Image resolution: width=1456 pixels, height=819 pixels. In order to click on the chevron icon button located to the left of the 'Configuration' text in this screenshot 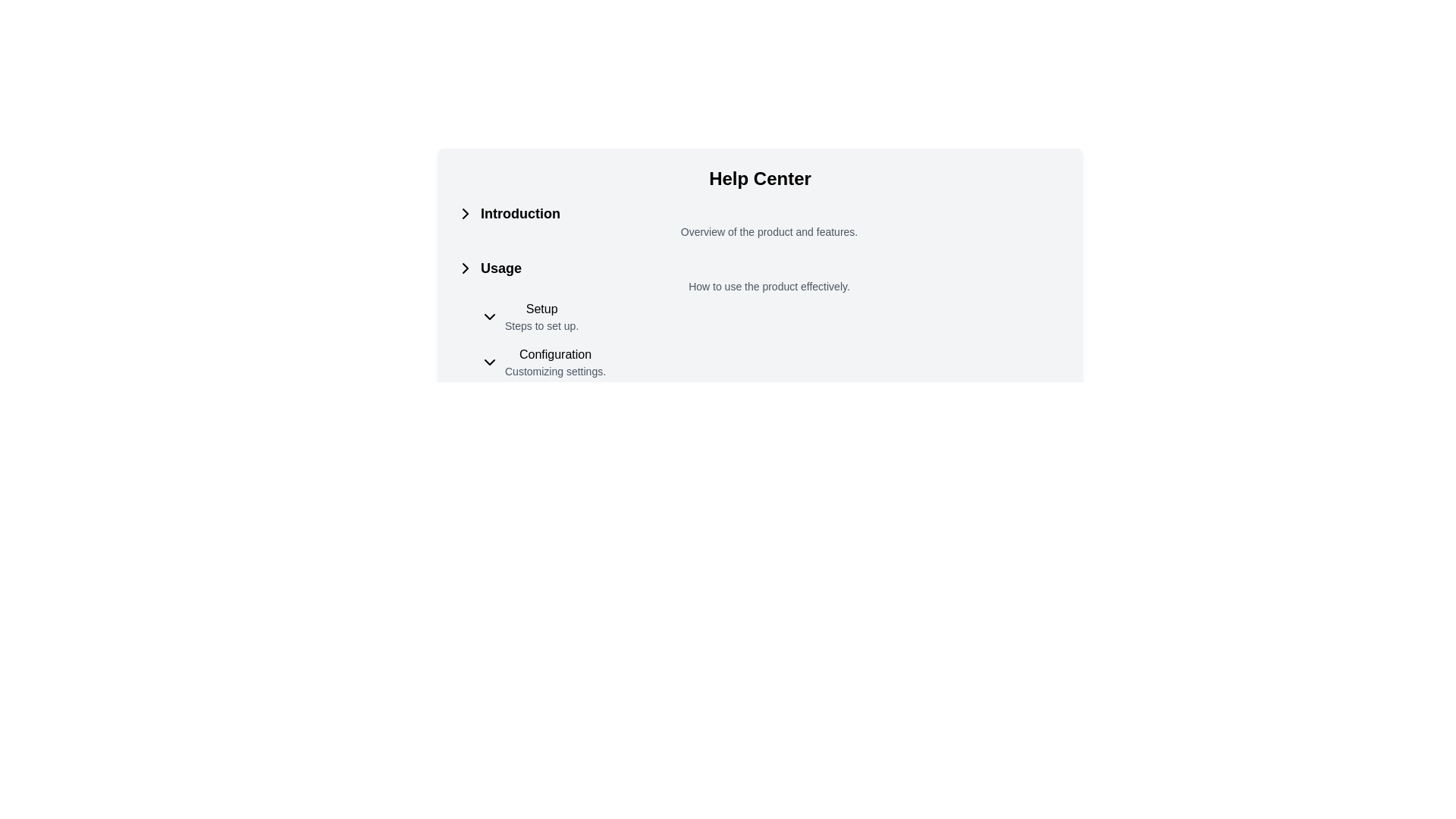, I will do `click(490, 362)`.